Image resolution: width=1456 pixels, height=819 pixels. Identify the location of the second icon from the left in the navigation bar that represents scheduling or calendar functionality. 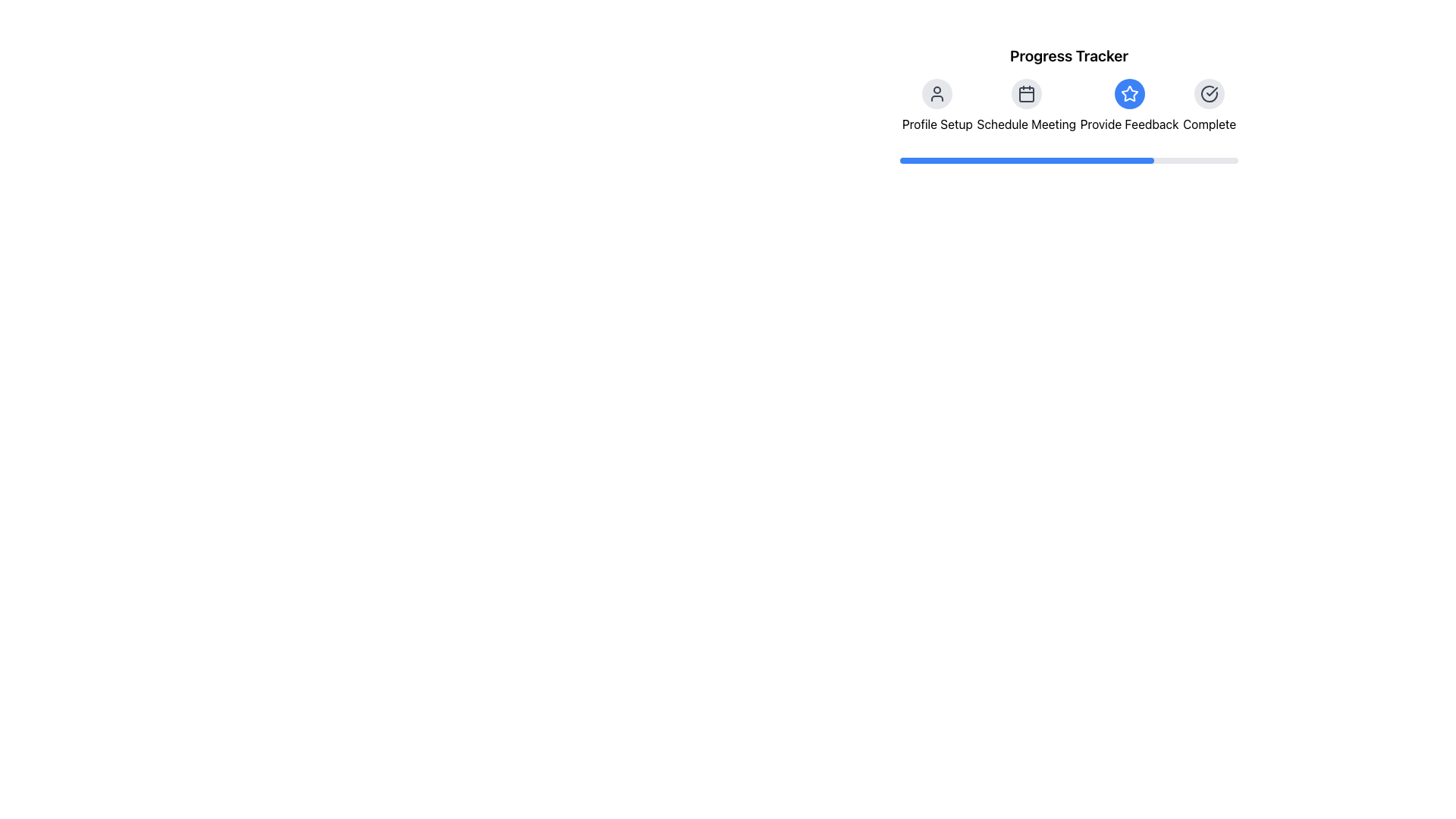
(1026, 94).